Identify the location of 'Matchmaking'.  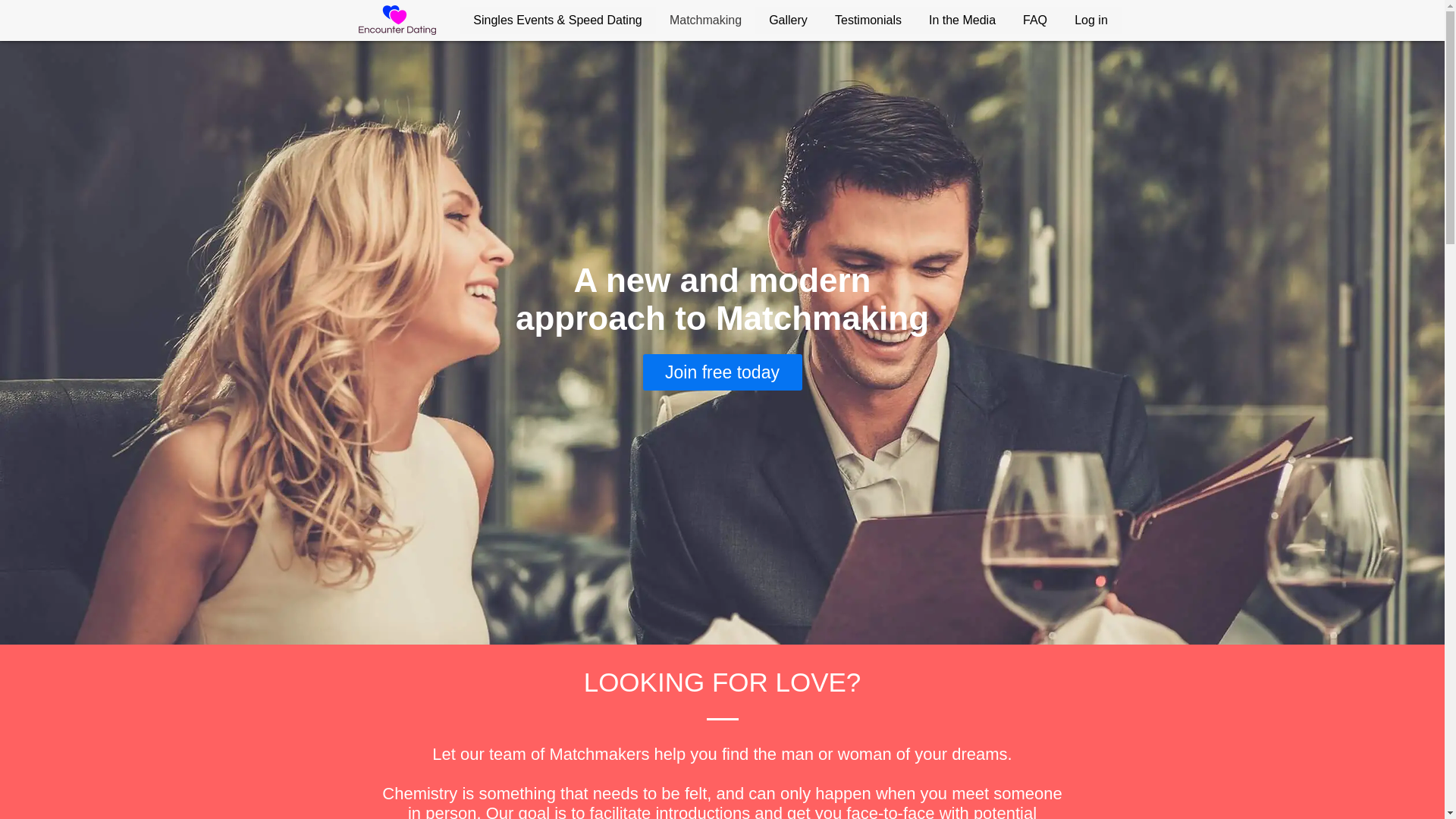
(704, 20).